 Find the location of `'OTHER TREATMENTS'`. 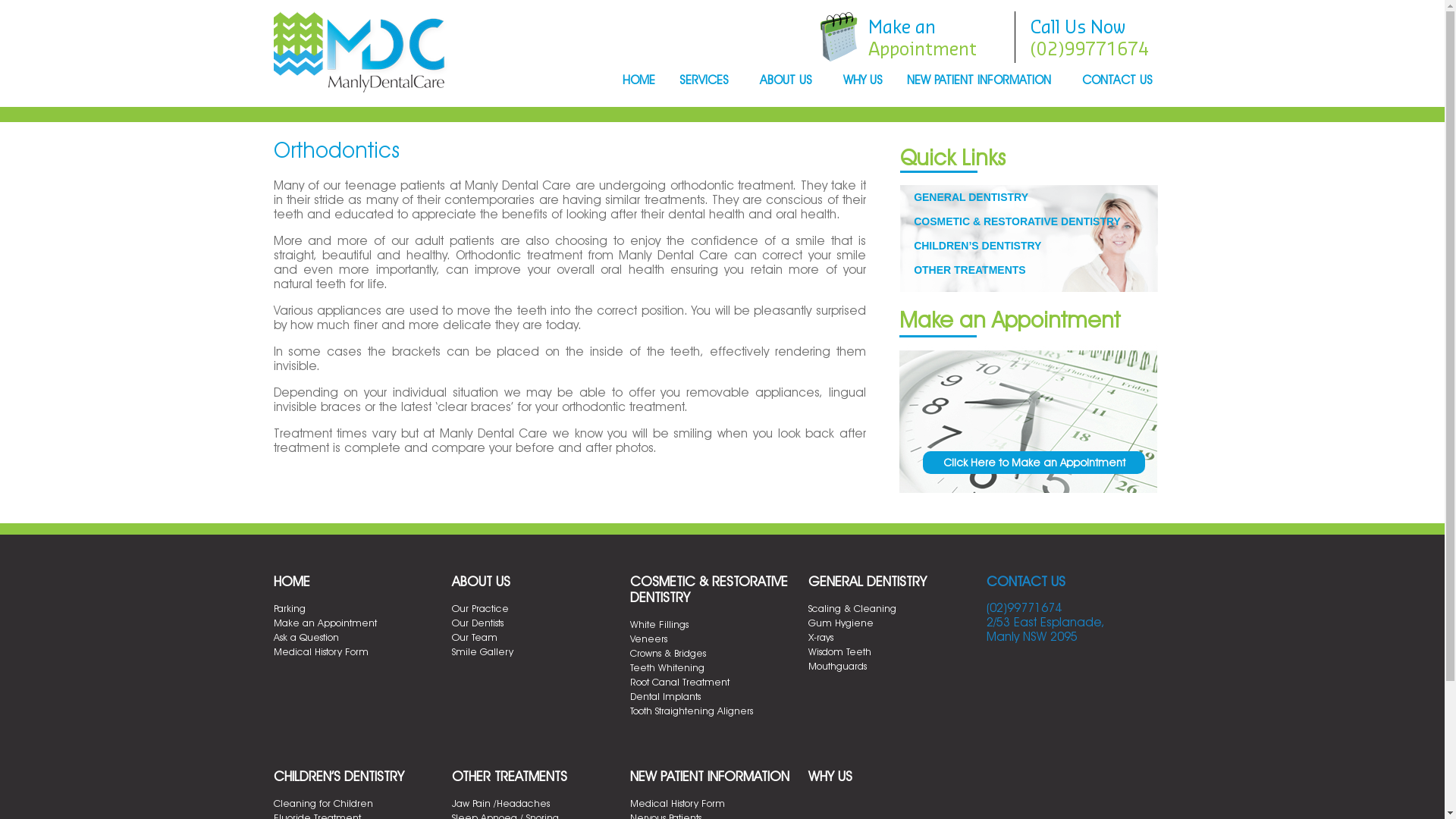

'OTHER TREATMENTS' is located at coordinates (510, 776).